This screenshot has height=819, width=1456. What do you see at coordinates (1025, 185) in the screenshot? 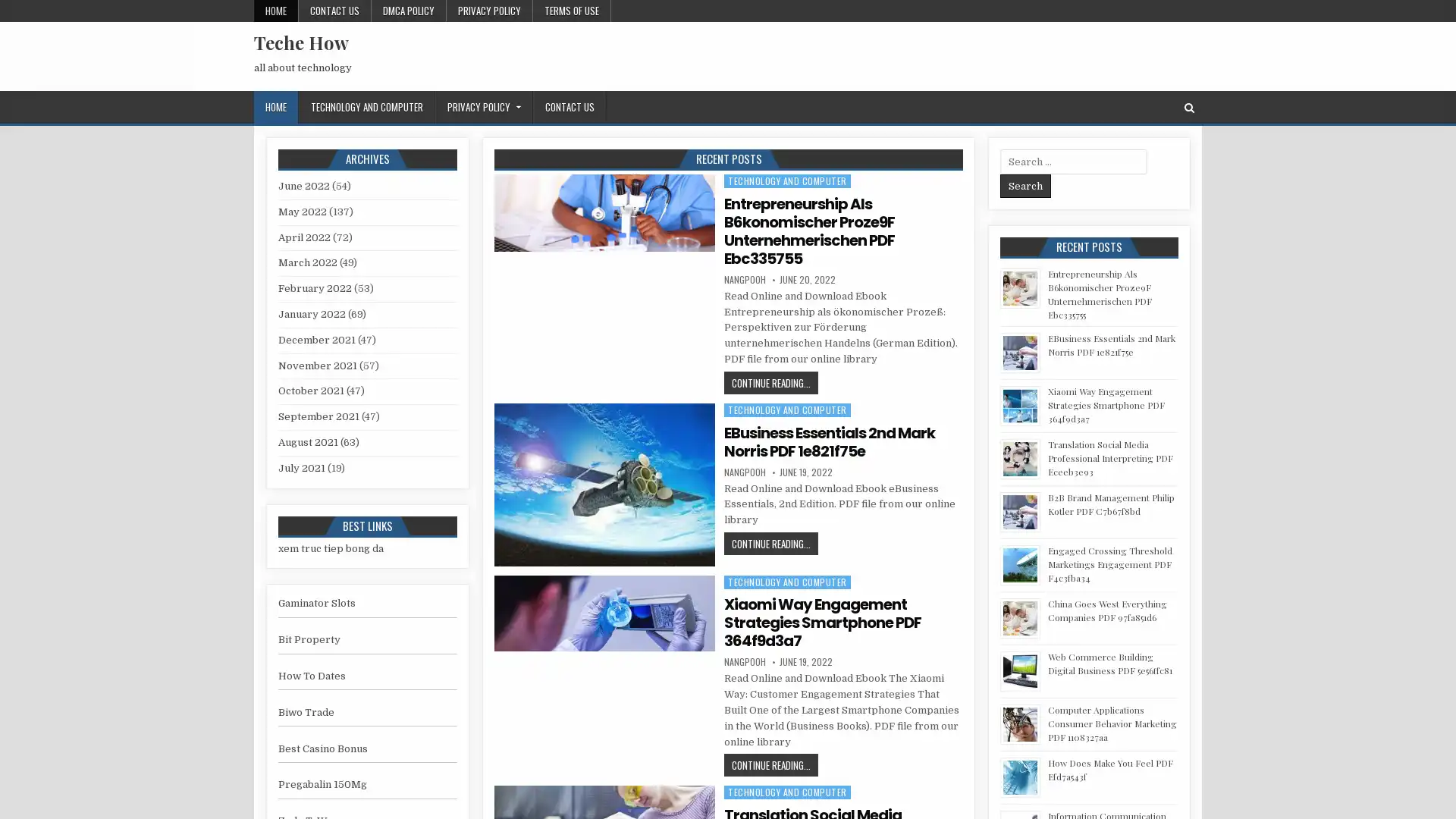
I see `Search` at bounding box center [1025, 185].